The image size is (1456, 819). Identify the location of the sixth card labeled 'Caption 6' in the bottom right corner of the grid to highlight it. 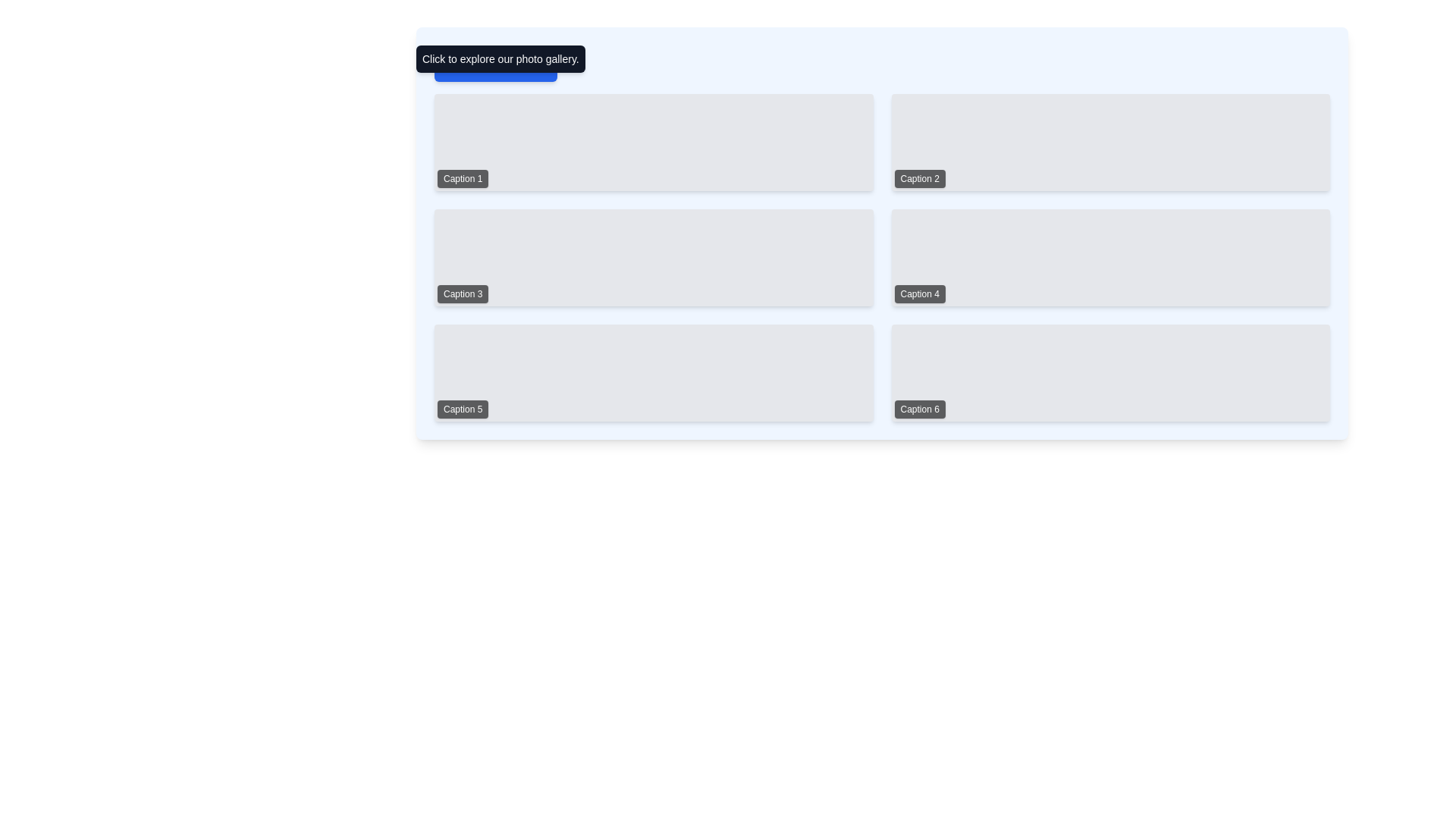
(1110, 373).